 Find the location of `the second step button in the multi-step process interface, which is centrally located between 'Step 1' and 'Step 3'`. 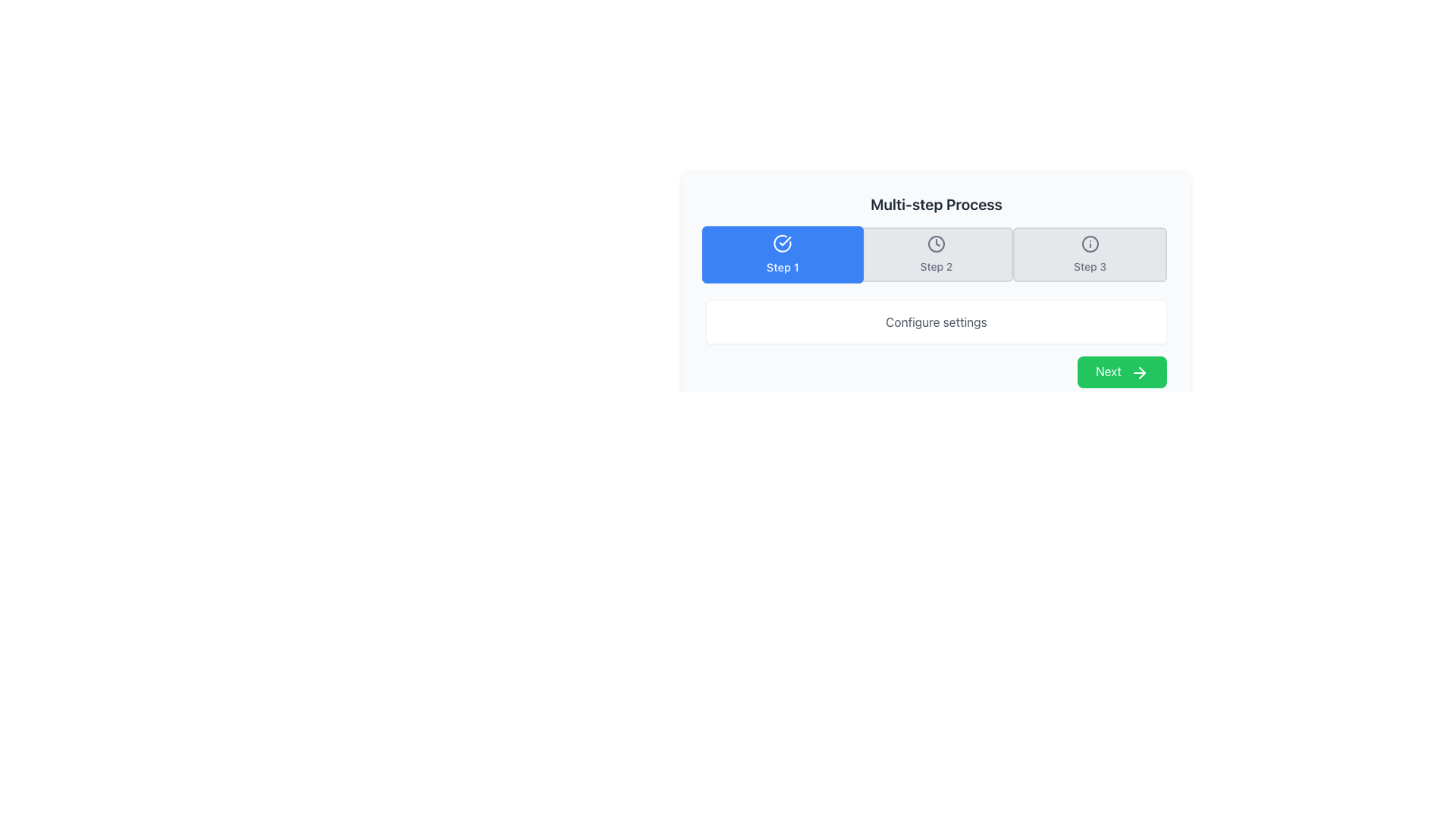

the second step button in the multi-step process interface, which is centrally located between 'Step 1' and 'Step 3' is located at coordinates (935, 253).